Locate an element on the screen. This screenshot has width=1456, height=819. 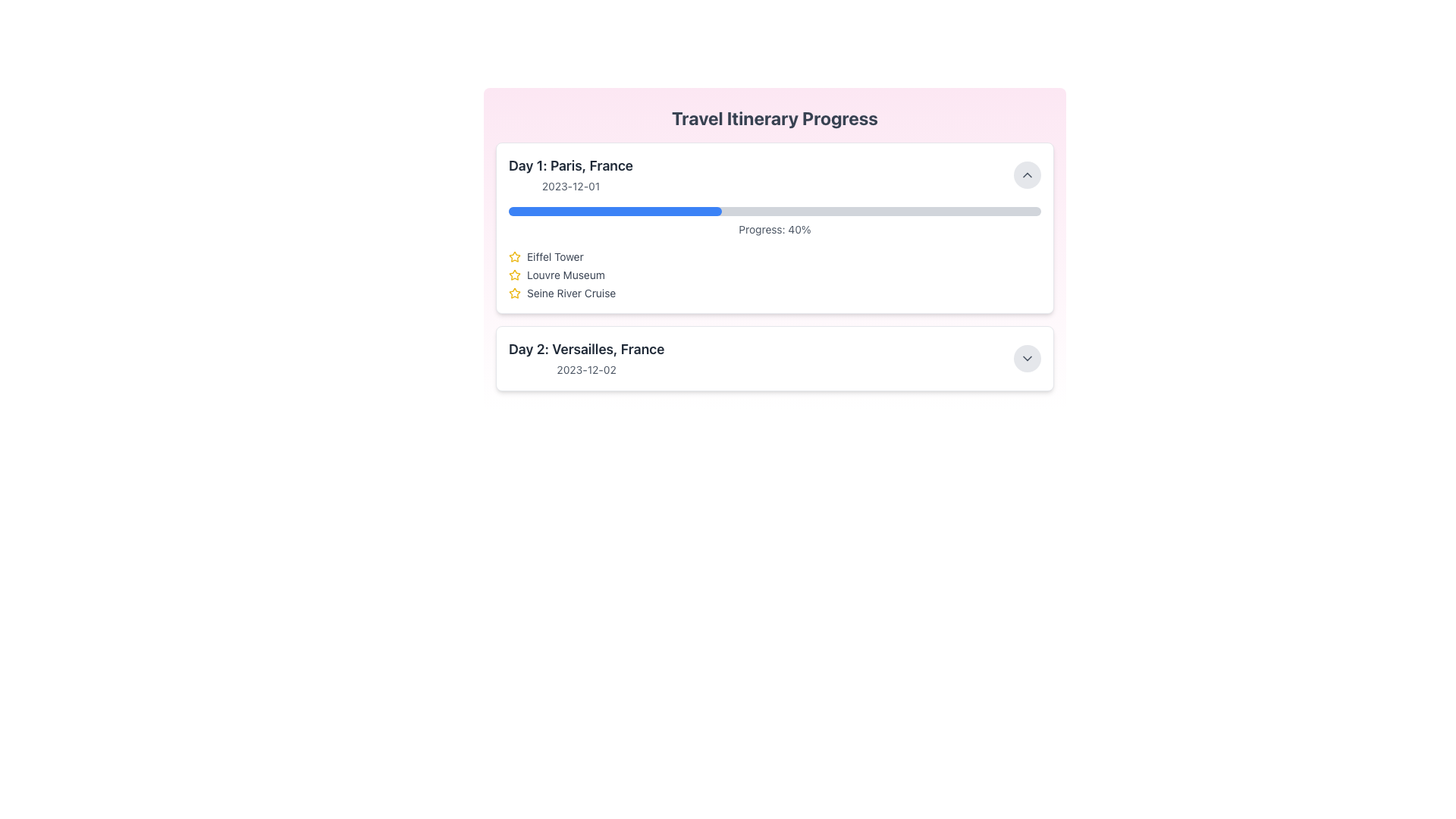
the yellow star icon representing a rating next to 'Louvre Museum' is located at coordinates (514, 275).